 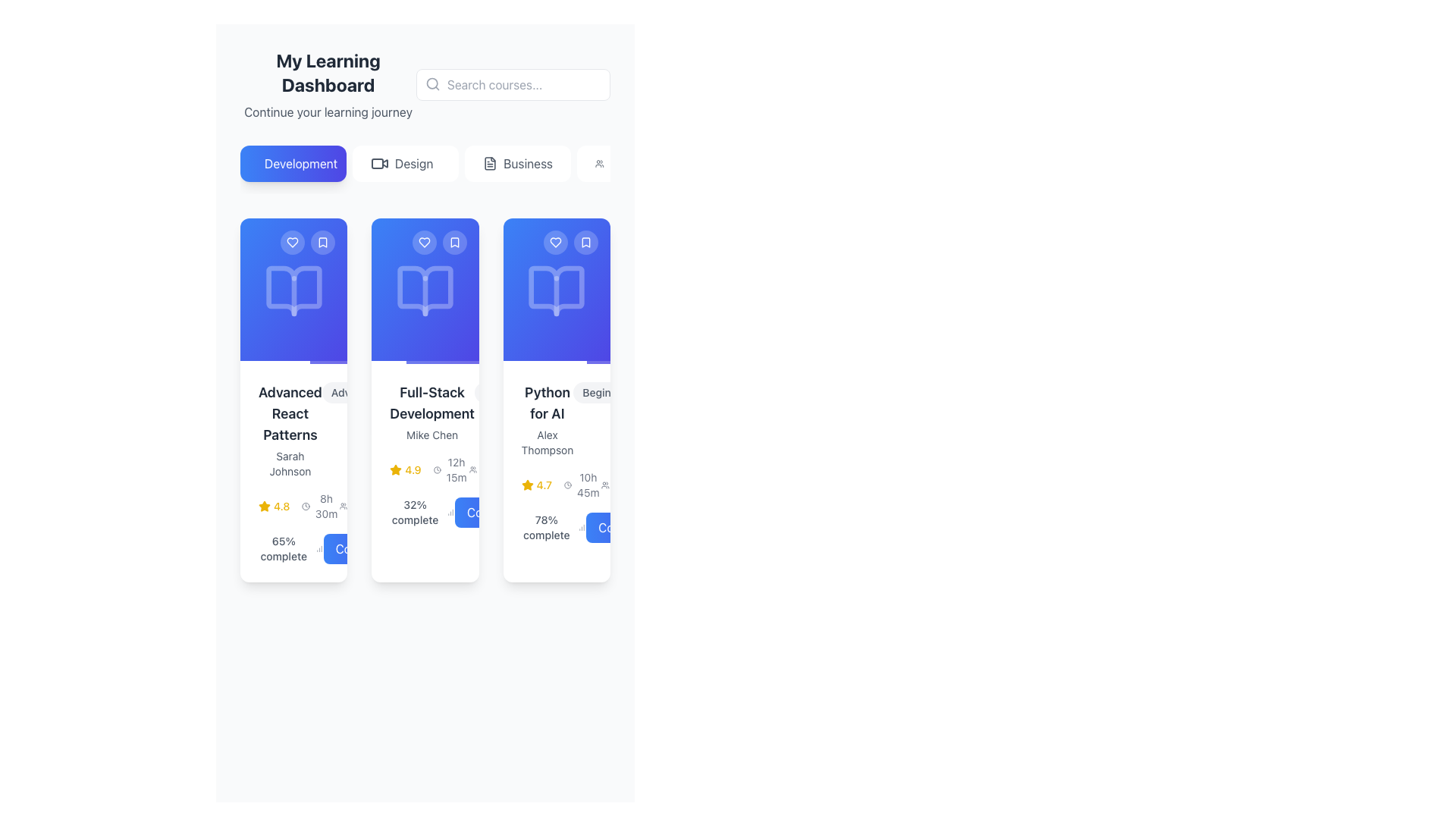 I want to click on the book icon representing the course content for 'Python for AI', which is centrally located in the card header, so click(x=556, y=291).